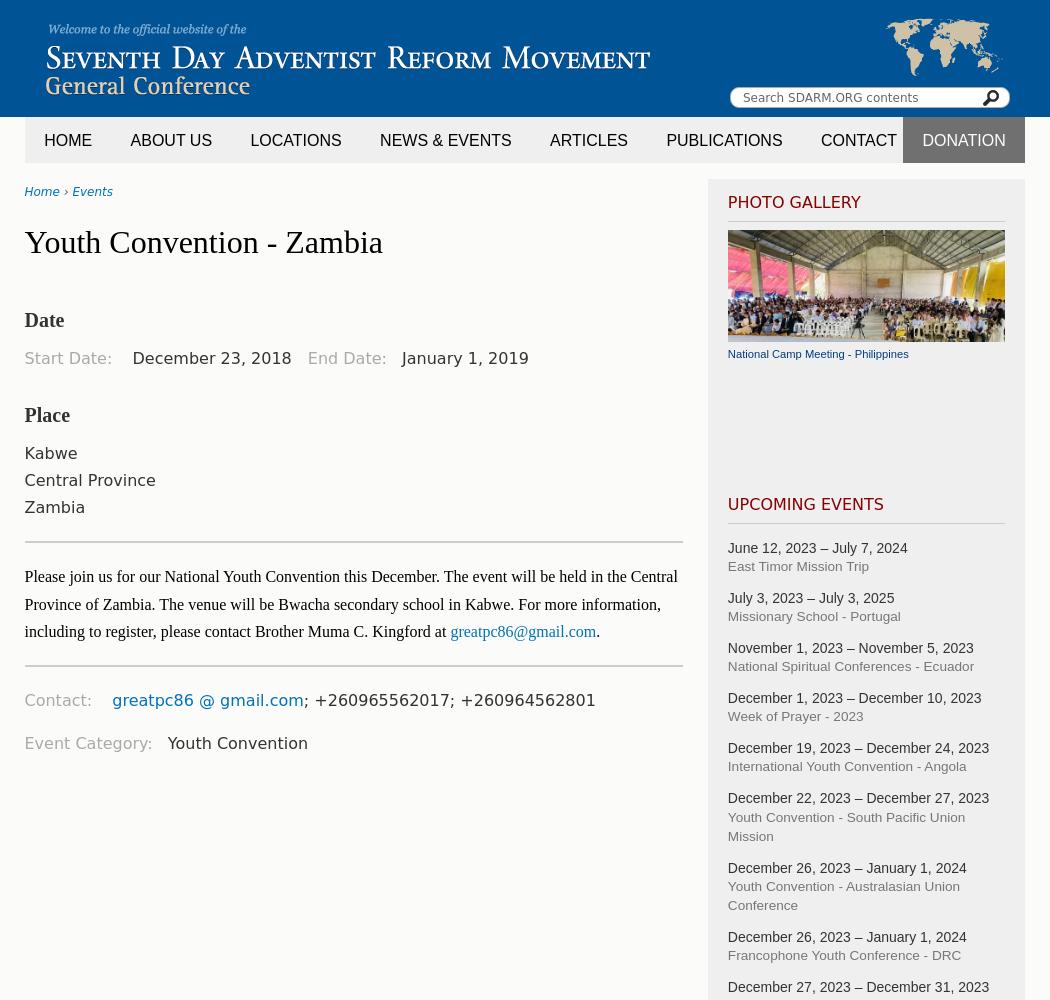 The height and width of the screenshot is (1000, 1050). Describe the element at coordinates (788, 747) in the screenshot. I see `'December 19, 2023'` at that location.